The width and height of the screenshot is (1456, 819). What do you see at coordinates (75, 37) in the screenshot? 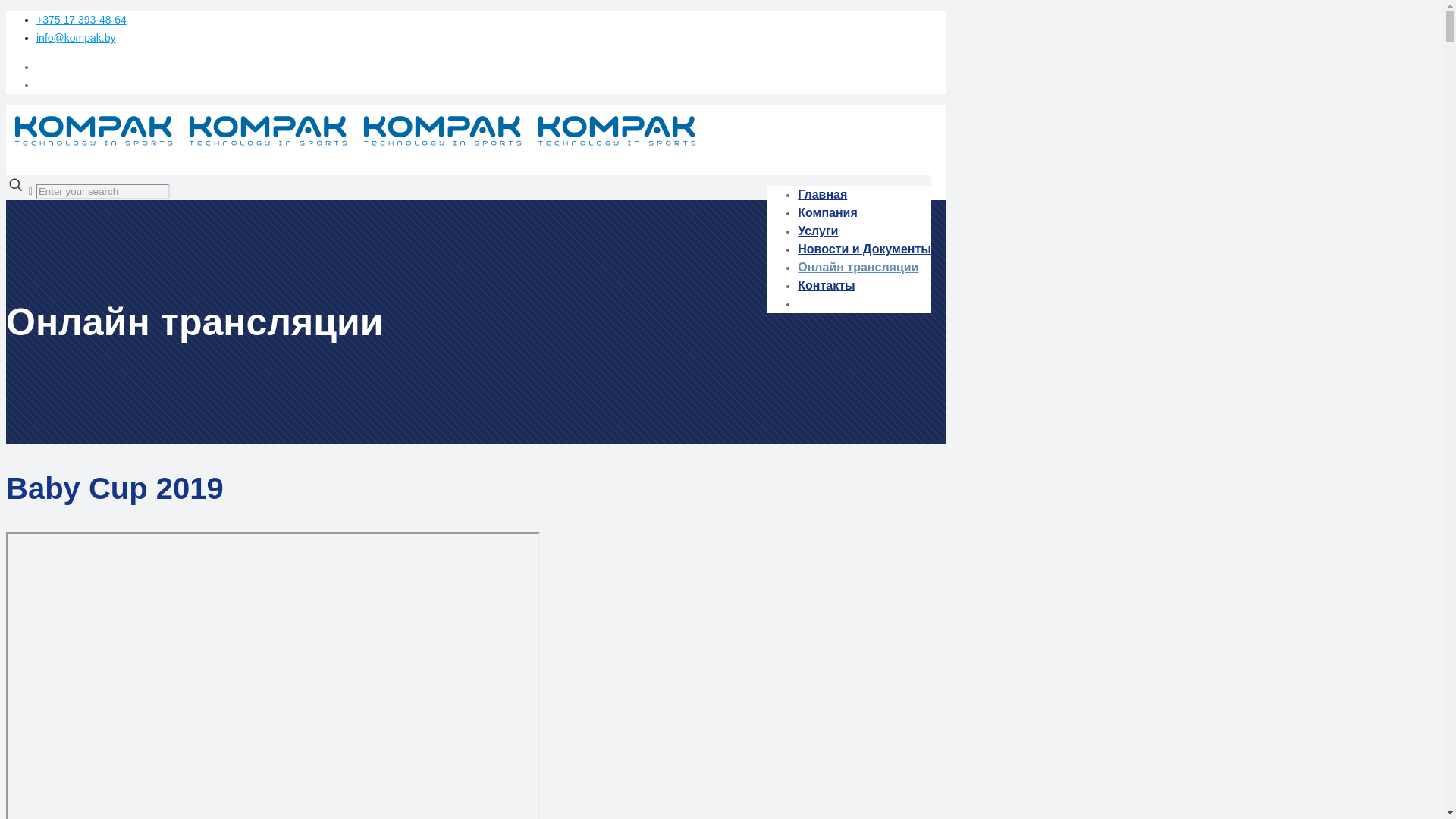
I see `'info@kompak.by'` at bounding box center [75, 37].